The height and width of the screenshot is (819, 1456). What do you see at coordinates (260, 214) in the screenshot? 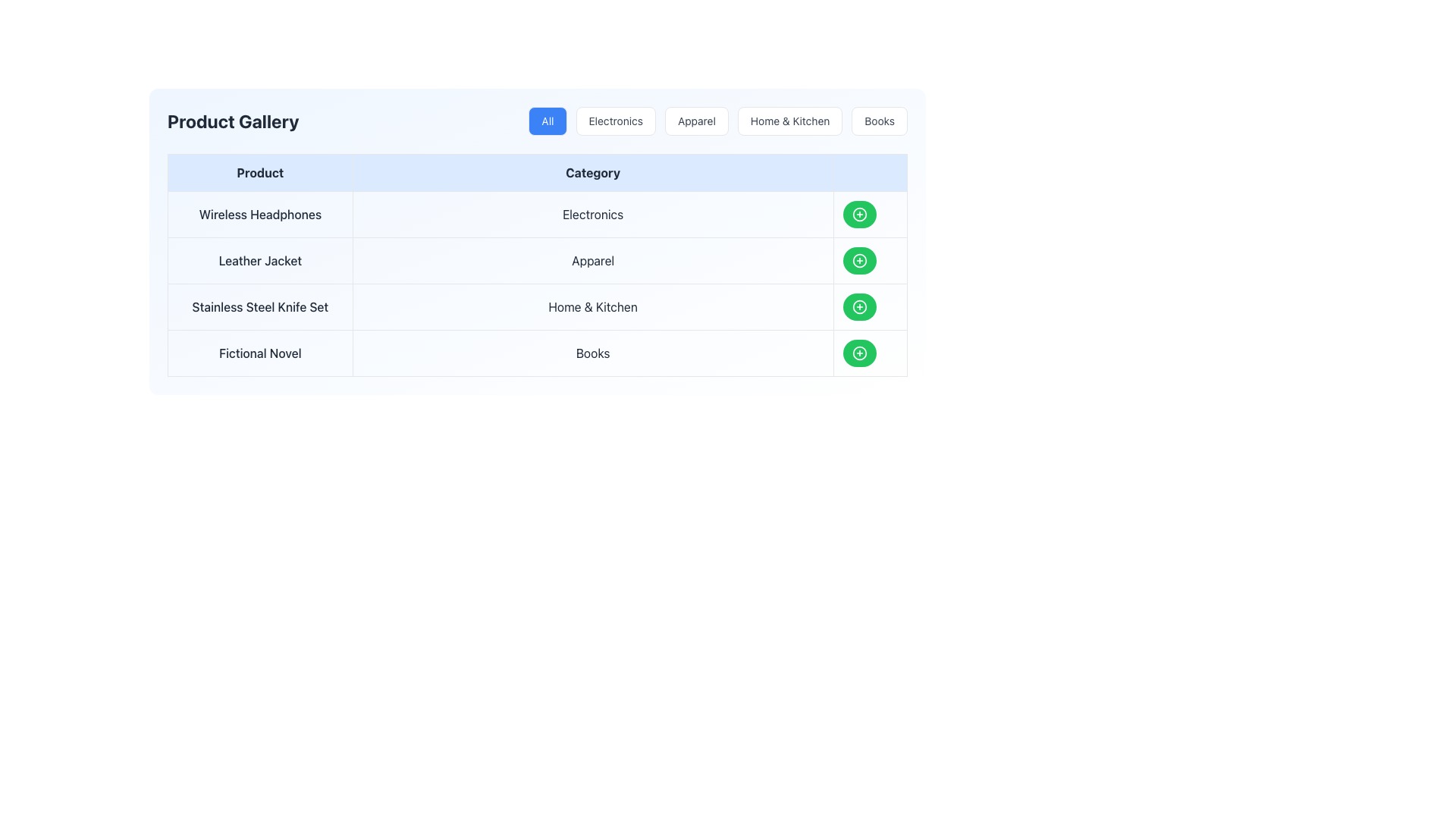
I see `the text label displaying 'Wireless Headphones' located in the 'Product' column of the table` at bounding box center [260, 214].